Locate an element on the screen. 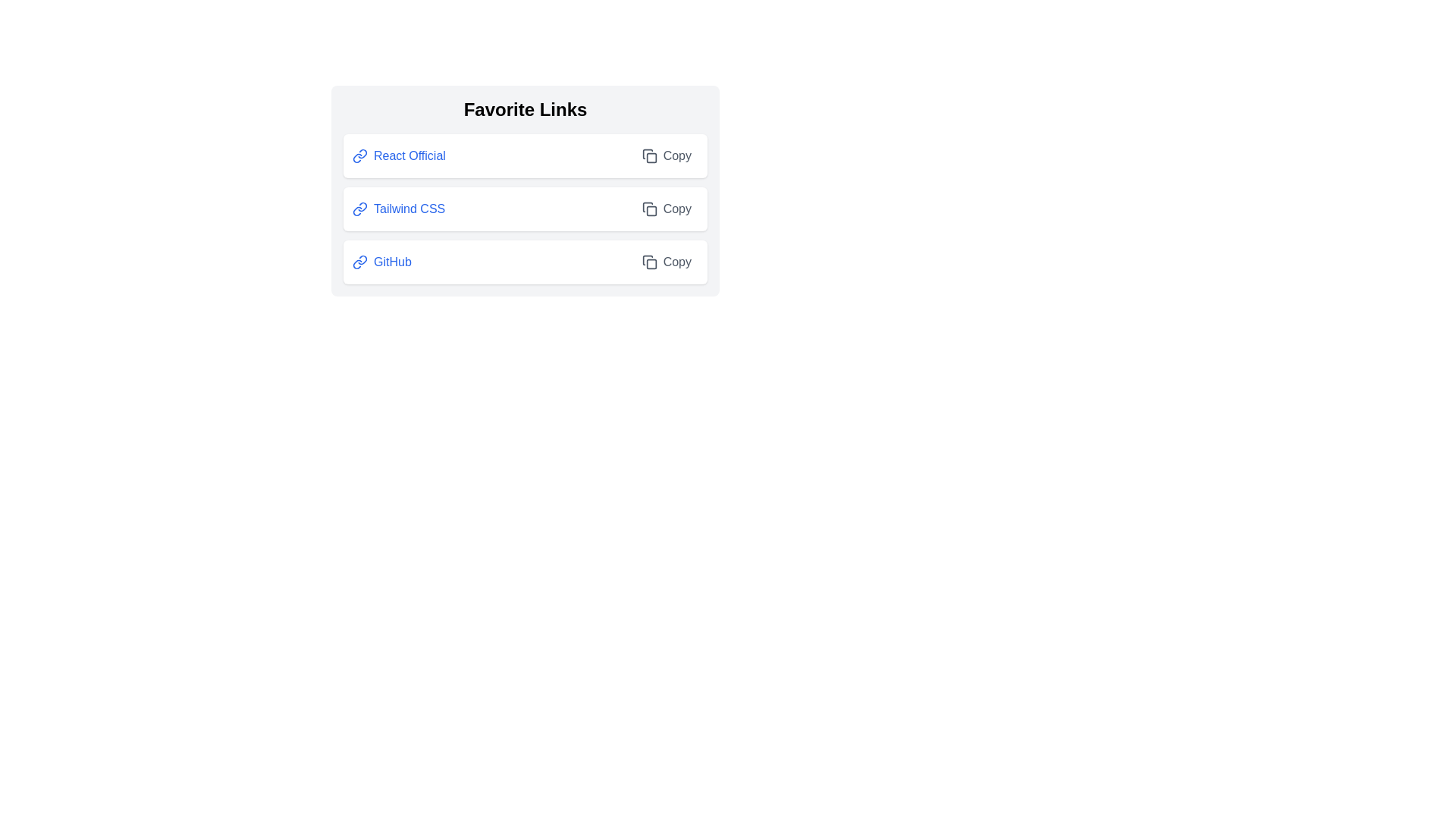 The width and height of the screenshot is (1456, 819). the hyperlink text in the 'Favorite Links' list, which leads to 'https://reactjs.org' is located at coordinates (409, 155).